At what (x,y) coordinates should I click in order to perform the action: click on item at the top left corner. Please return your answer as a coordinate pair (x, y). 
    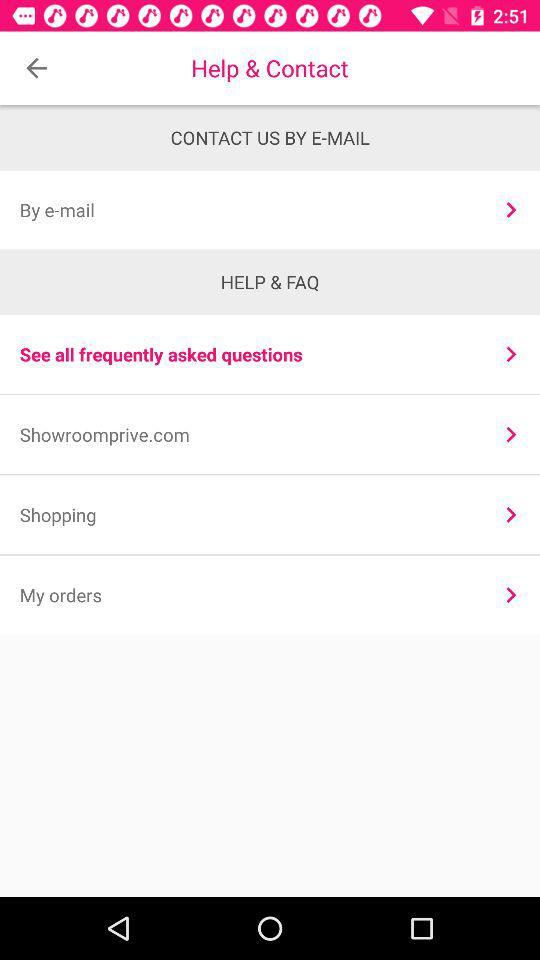
    Looking at the image, I should click on (36, 68).